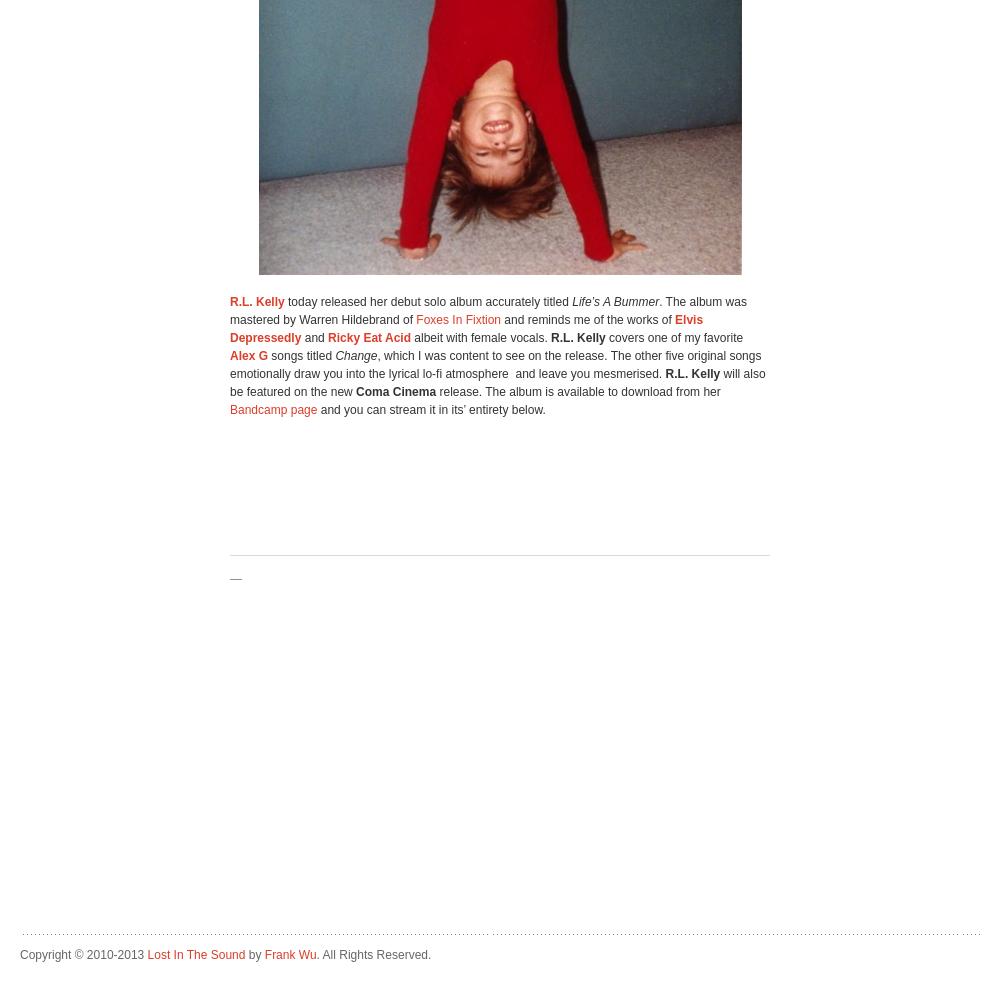 Image resolution: width=1000 pixels, height=982 pixels. What do you see at coordinates (290, 954) in the screenshot?
I see `'Frank Wu'` at bounding box center [290, 954].